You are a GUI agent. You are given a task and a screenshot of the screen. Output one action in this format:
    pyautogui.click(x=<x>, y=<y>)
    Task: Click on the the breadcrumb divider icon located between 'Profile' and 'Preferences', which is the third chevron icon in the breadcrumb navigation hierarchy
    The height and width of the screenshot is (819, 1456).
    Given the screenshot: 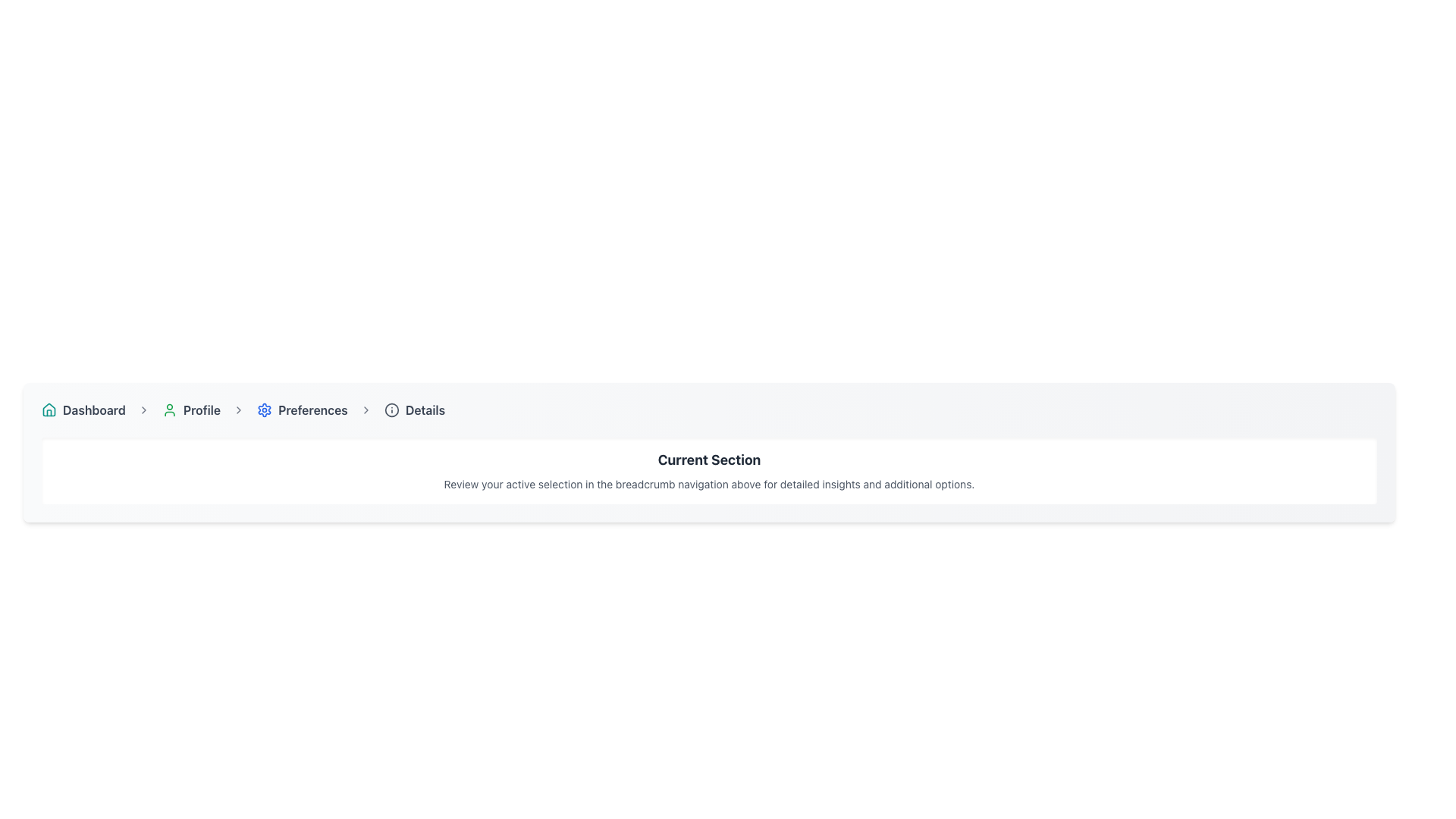 What is the action you would take?
    pyautogui.click(x=238, y=409)
    